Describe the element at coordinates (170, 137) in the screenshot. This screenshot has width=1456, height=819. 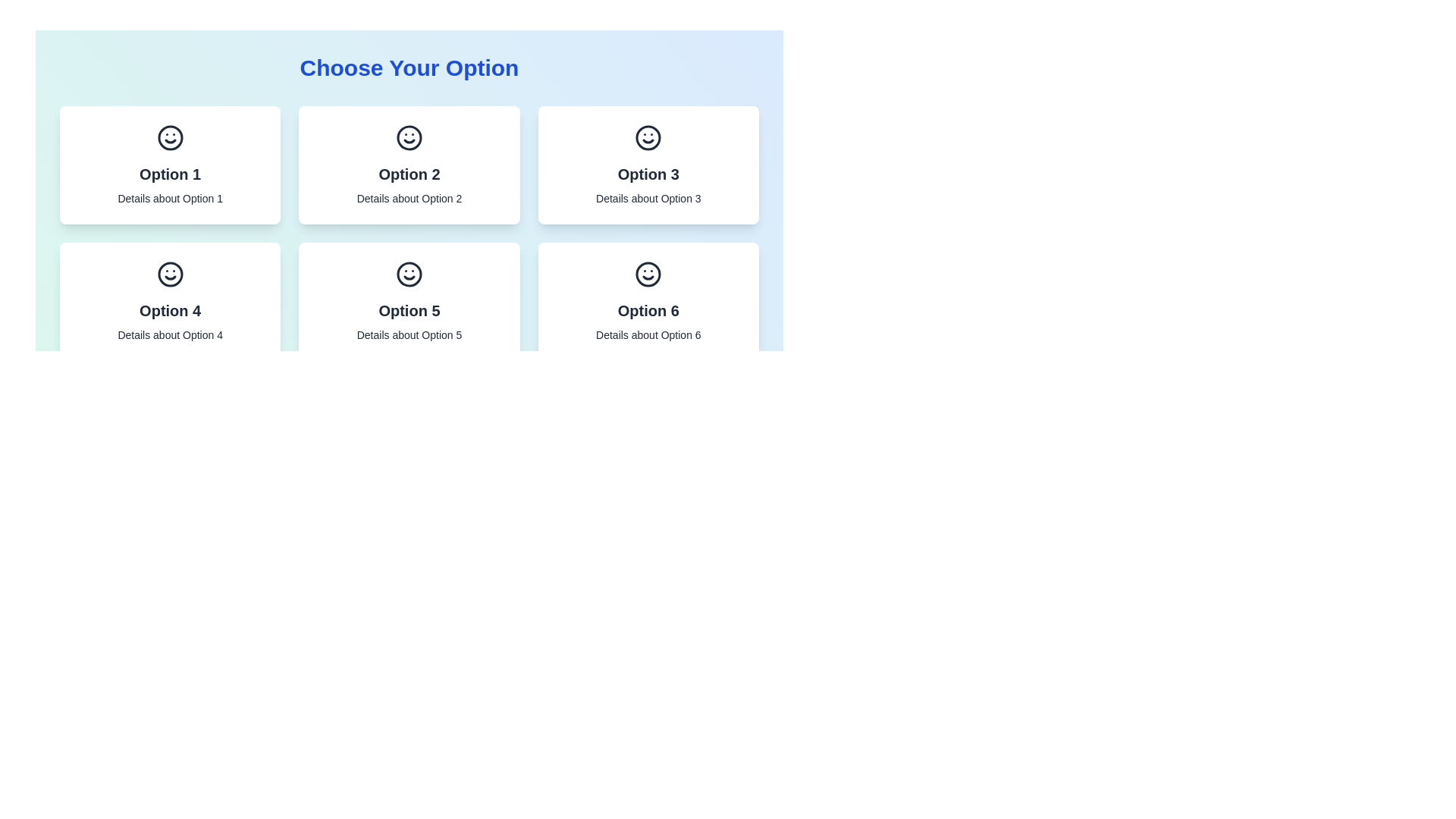
I see `the circular smiley face icon with black outlines in the top-left card labeled 'Option 1'` at that location.